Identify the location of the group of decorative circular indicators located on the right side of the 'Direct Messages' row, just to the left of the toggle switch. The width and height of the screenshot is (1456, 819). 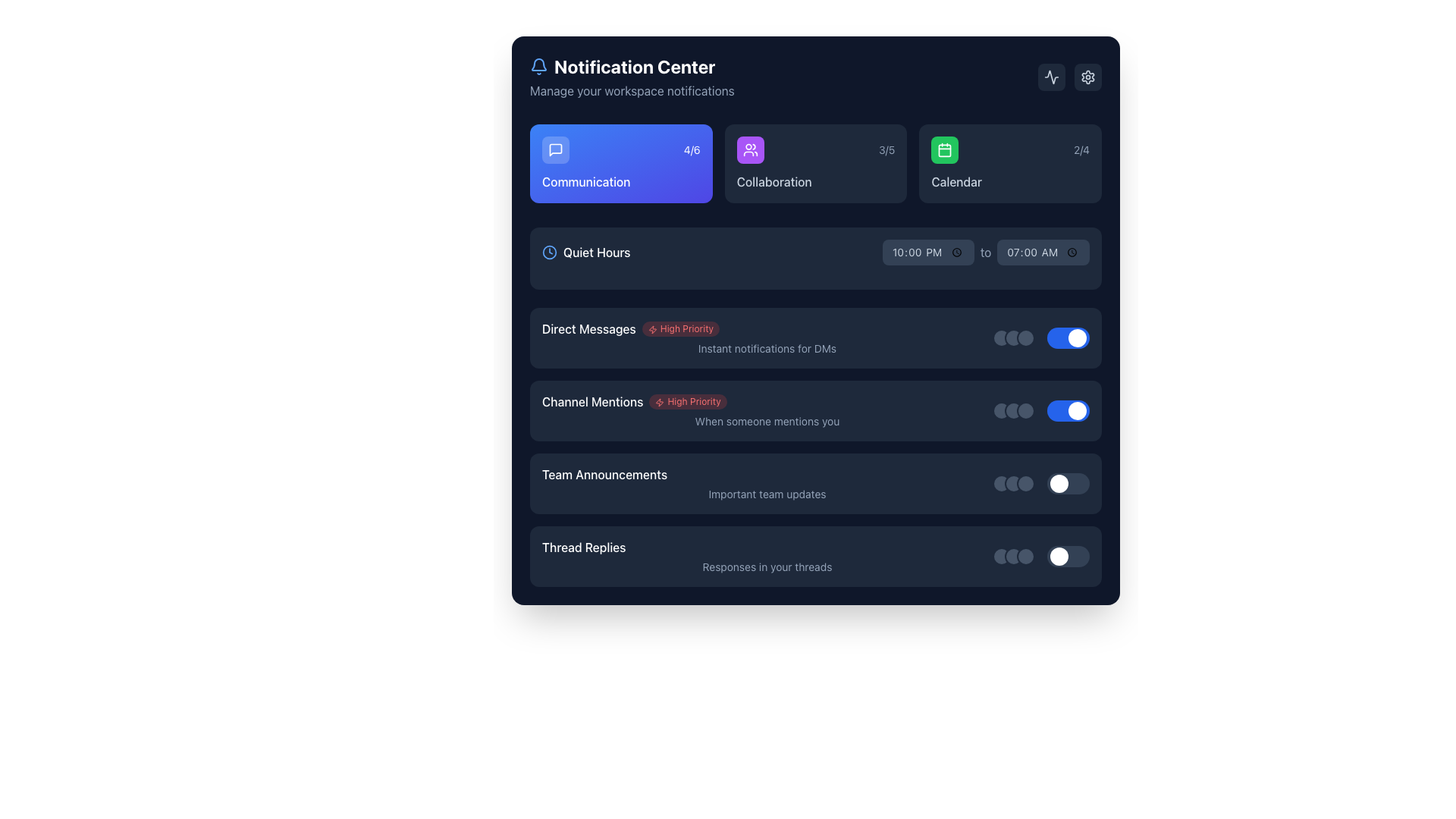
(1014, 337).